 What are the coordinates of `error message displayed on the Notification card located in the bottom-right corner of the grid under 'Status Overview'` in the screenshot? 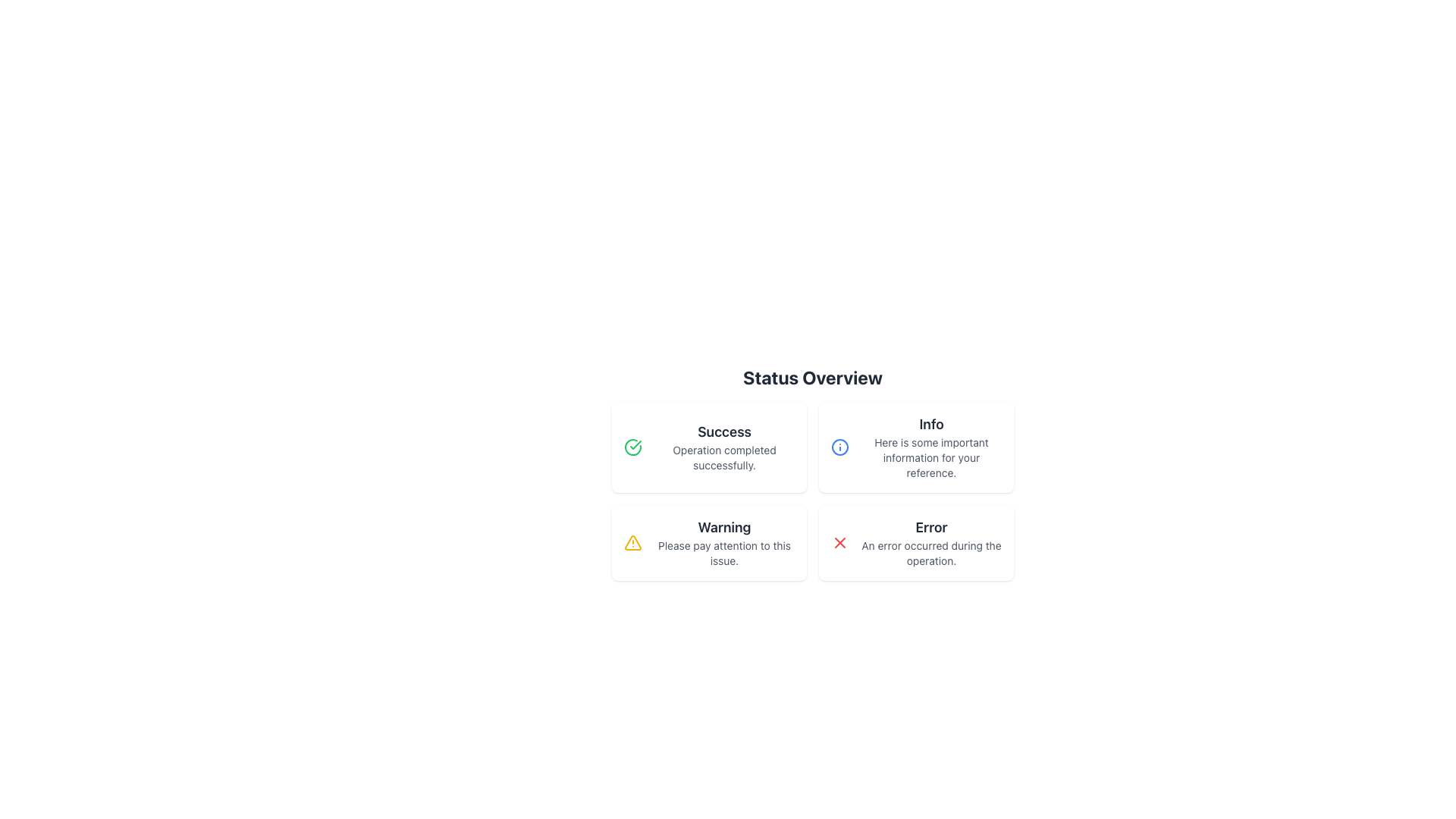 It's located at (915, 542).